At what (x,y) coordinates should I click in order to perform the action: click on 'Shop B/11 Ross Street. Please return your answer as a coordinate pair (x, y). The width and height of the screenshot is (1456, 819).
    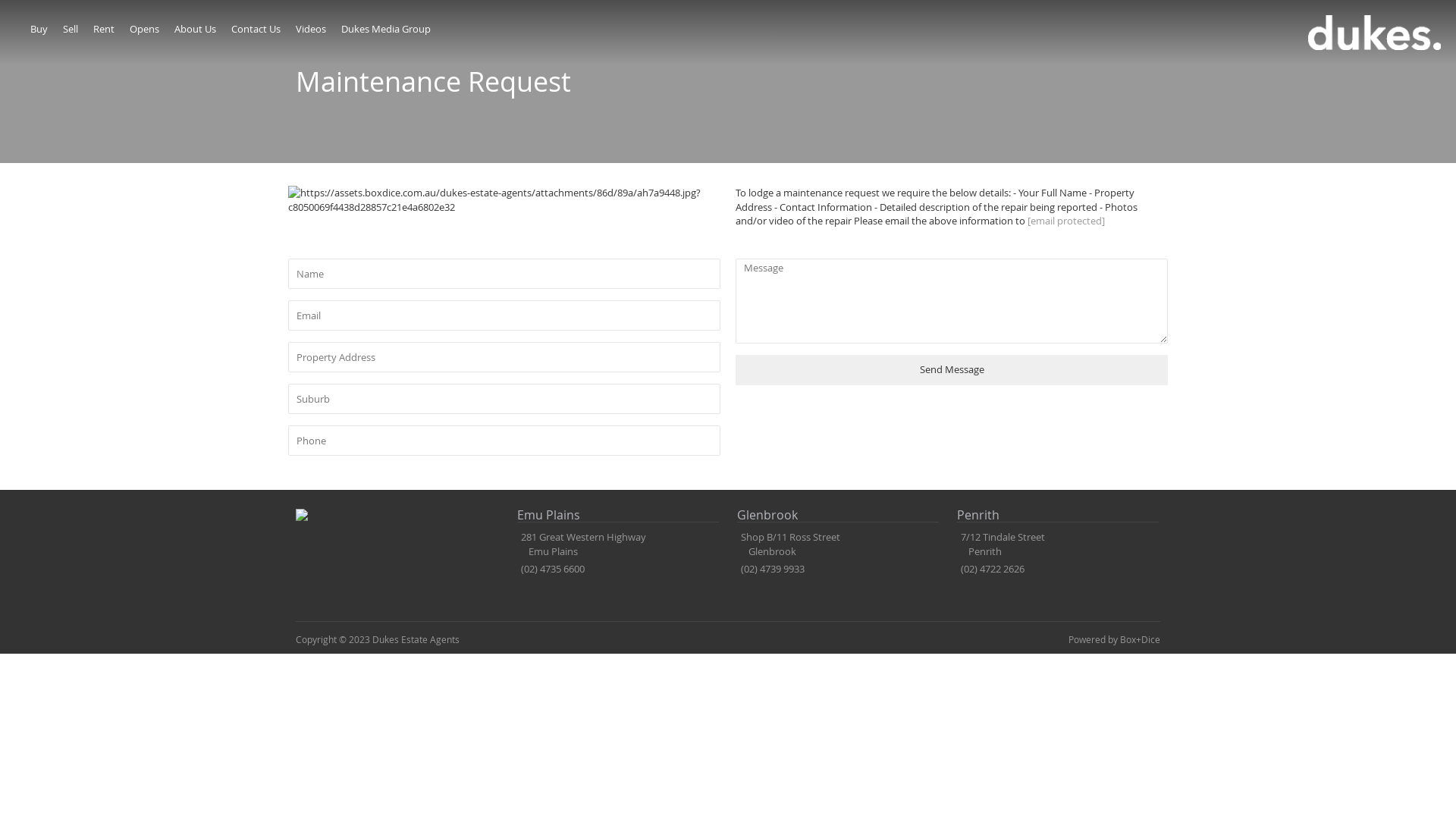
    Looking at the image, I should click on (736, 543).